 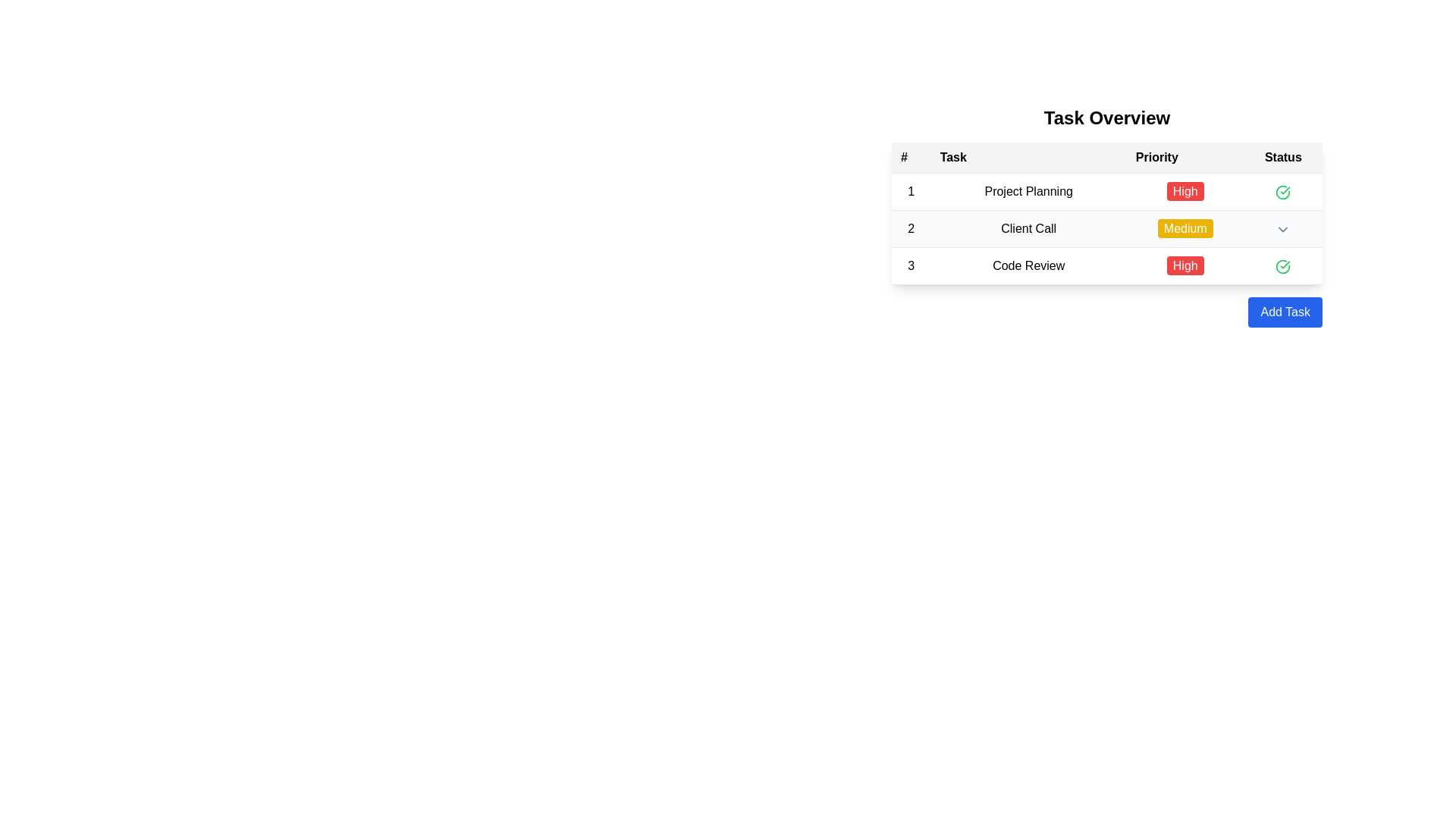 What do you see at coordinates (1106, 265) in the screenshot?
I see `the third row of the table under the 'Task Overview' heading, which contains the text '3', 'Code Review', a red badge 'High', and an SVG icon with a green checkmark` at bounding box center [1106, 265].